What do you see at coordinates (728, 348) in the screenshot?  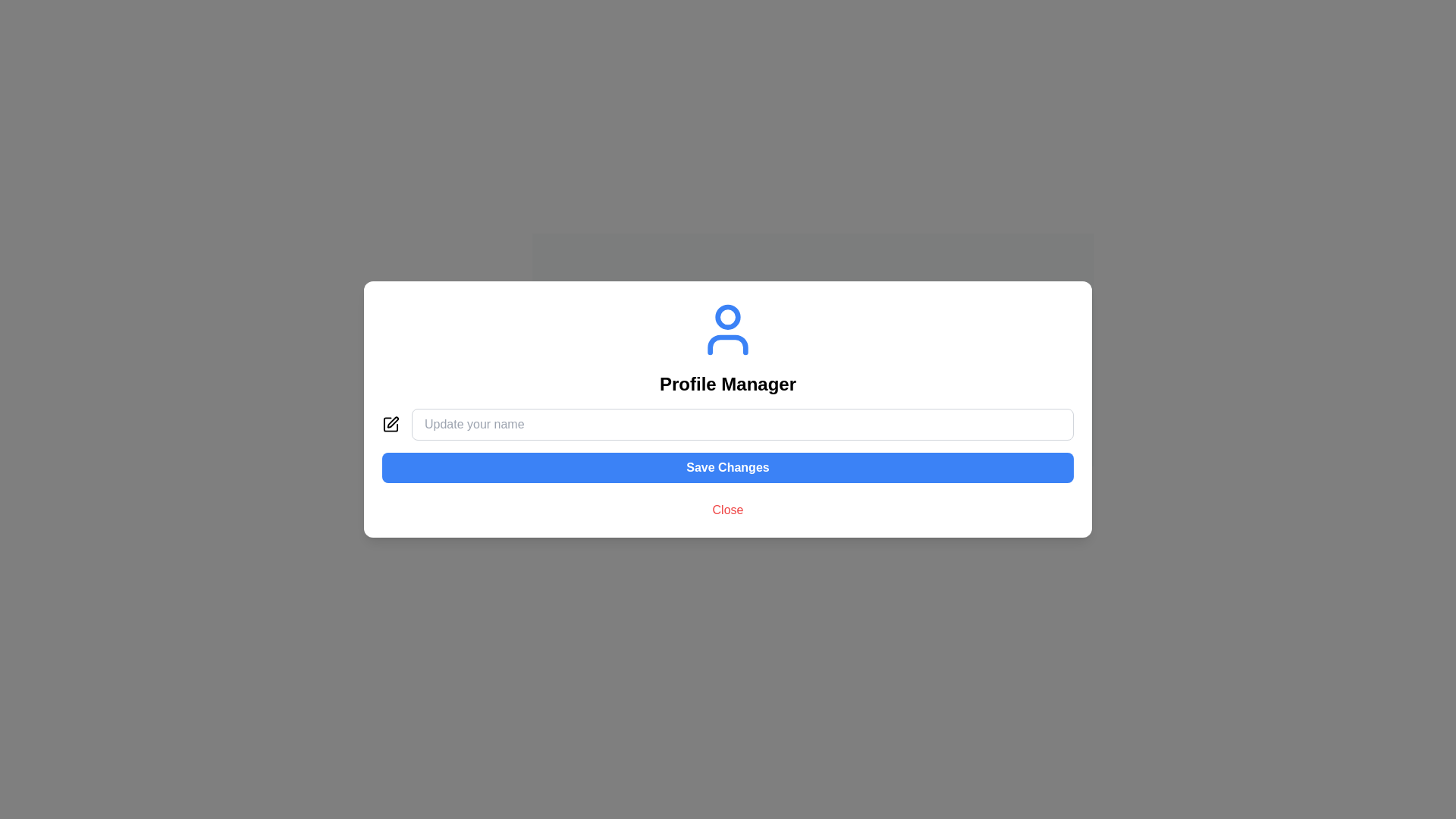 I see `the 'Profile Manager' header section, which features a user silhouette icon above bold black text` at bounding box center [728, 348].